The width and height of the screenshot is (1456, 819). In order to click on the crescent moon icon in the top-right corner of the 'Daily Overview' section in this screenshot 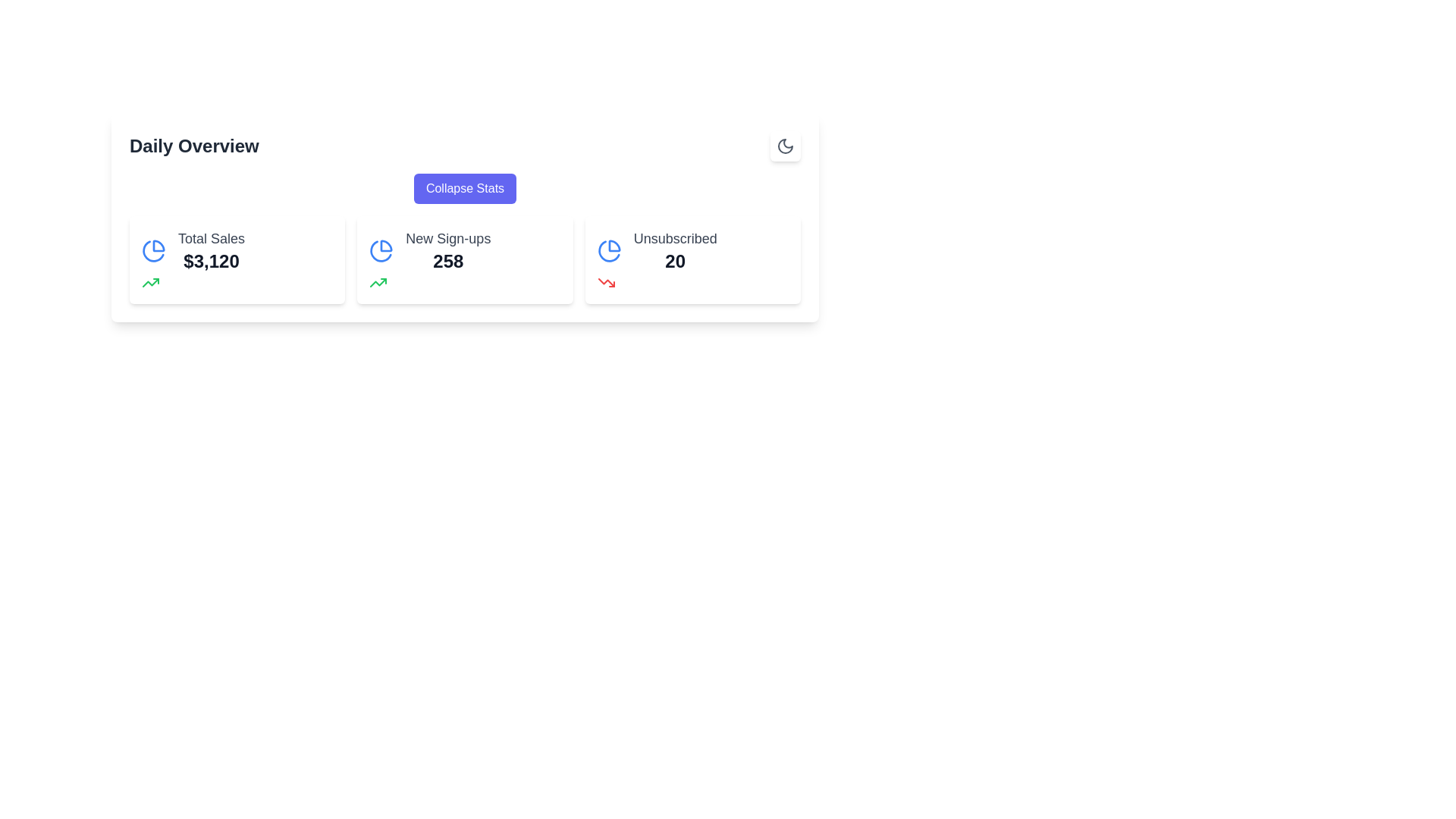, I will do `click(786, 146)`.